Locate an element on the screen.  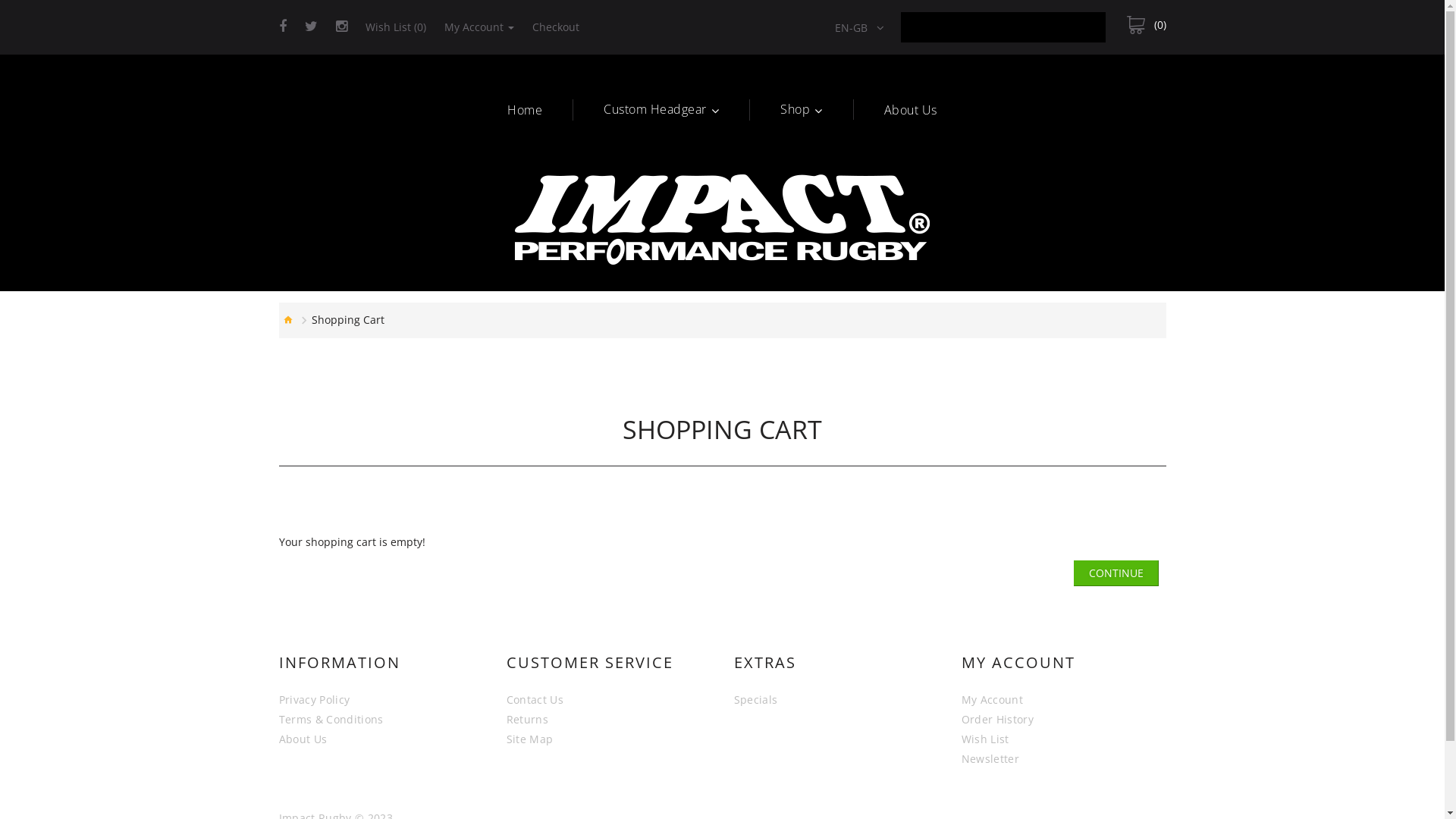
'Site Map' is located at coordinates (530, 739).